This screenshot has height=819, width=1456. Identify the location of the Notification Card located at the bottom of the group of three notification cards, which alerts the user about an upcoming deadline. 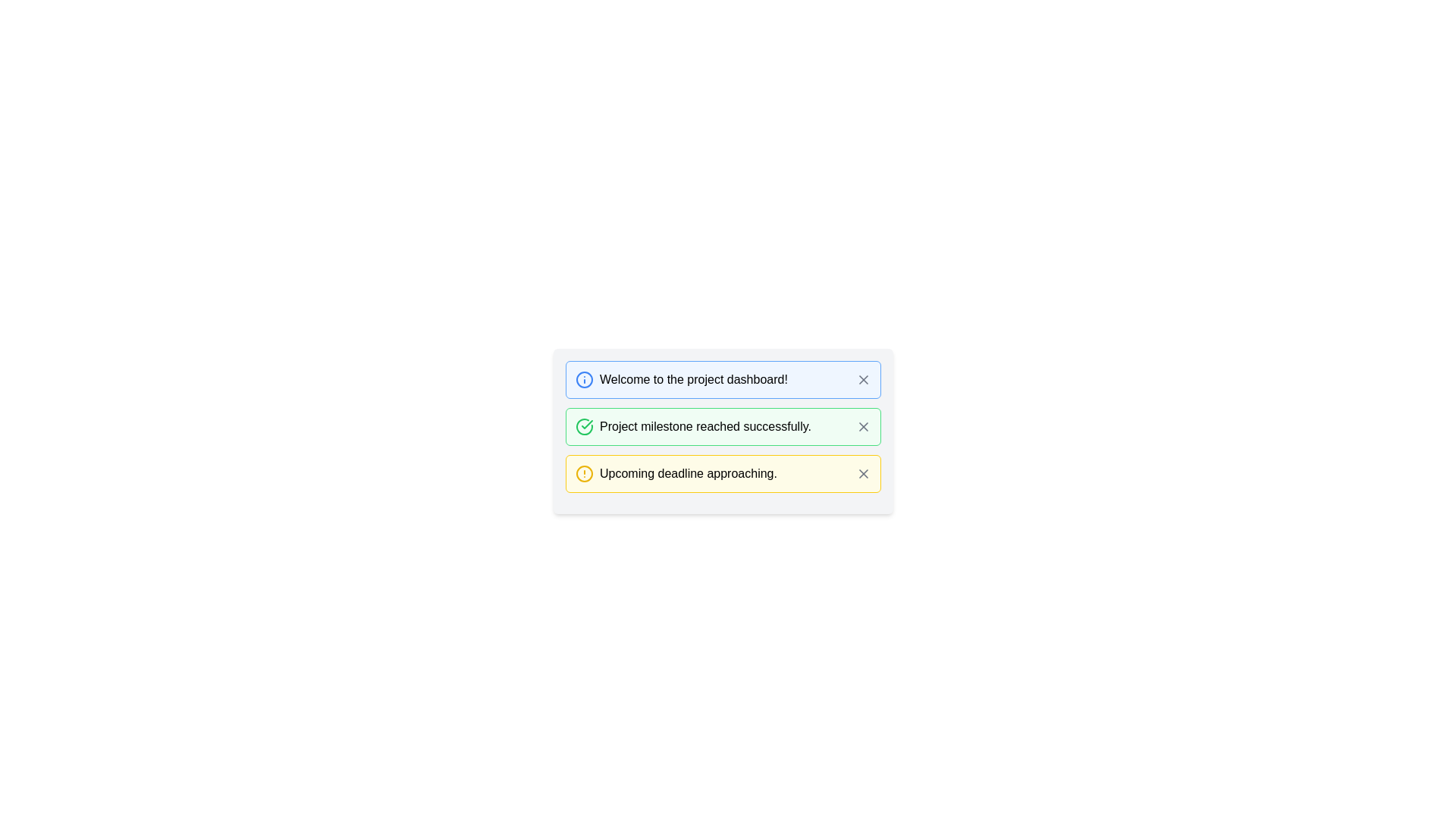
(723, 472).